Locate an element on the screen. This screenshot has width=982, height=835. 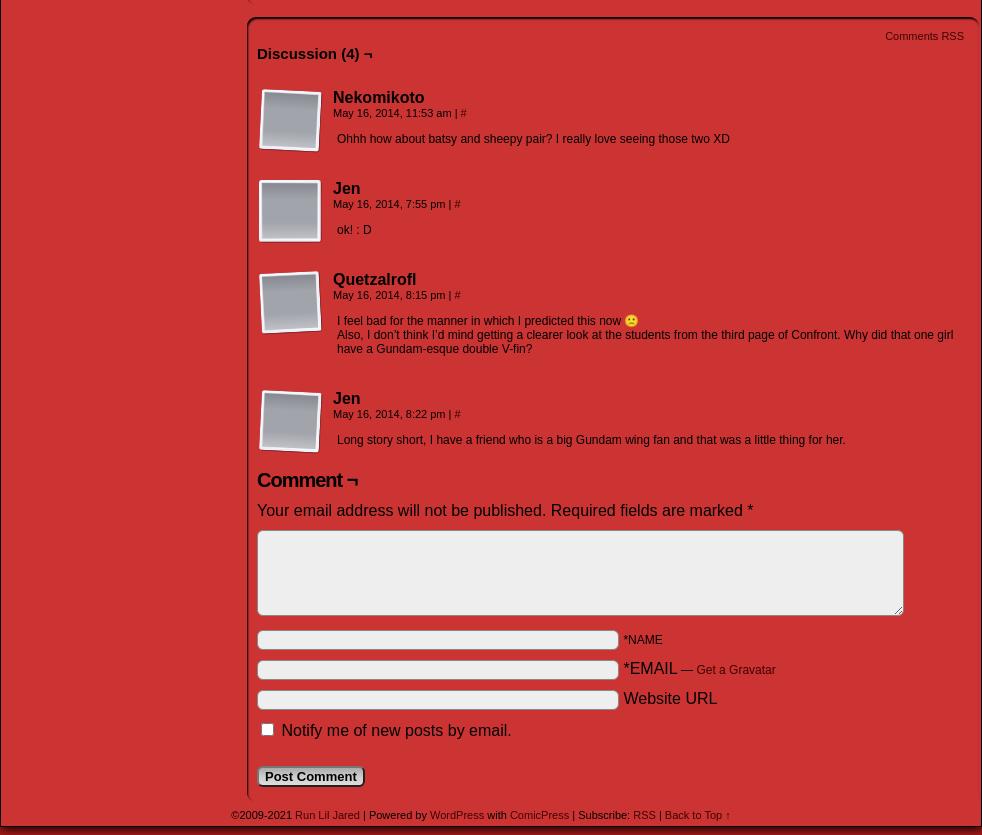
'Long story short, I have a friend who is a big Gundam wing fan and that was a little thing for her.' is located at coordinates (589, 437).